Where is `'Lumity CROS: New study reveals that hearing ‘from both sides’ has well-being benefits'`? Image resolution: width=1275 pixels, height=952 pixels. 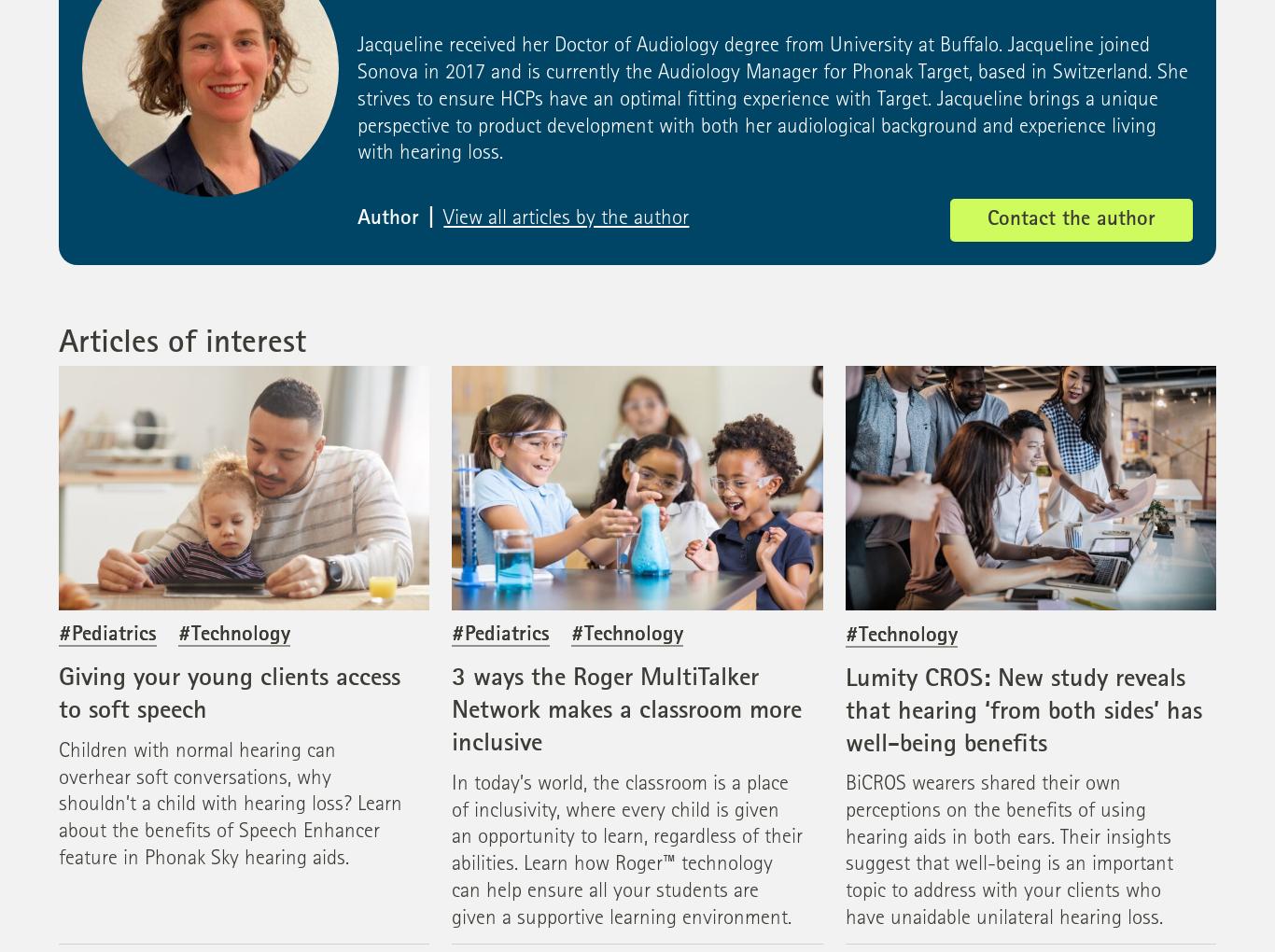
'Lumity CROS: New study reveals that hearing ‘from both sides’ has well-being benefits' is located at coordinates (843, 711).